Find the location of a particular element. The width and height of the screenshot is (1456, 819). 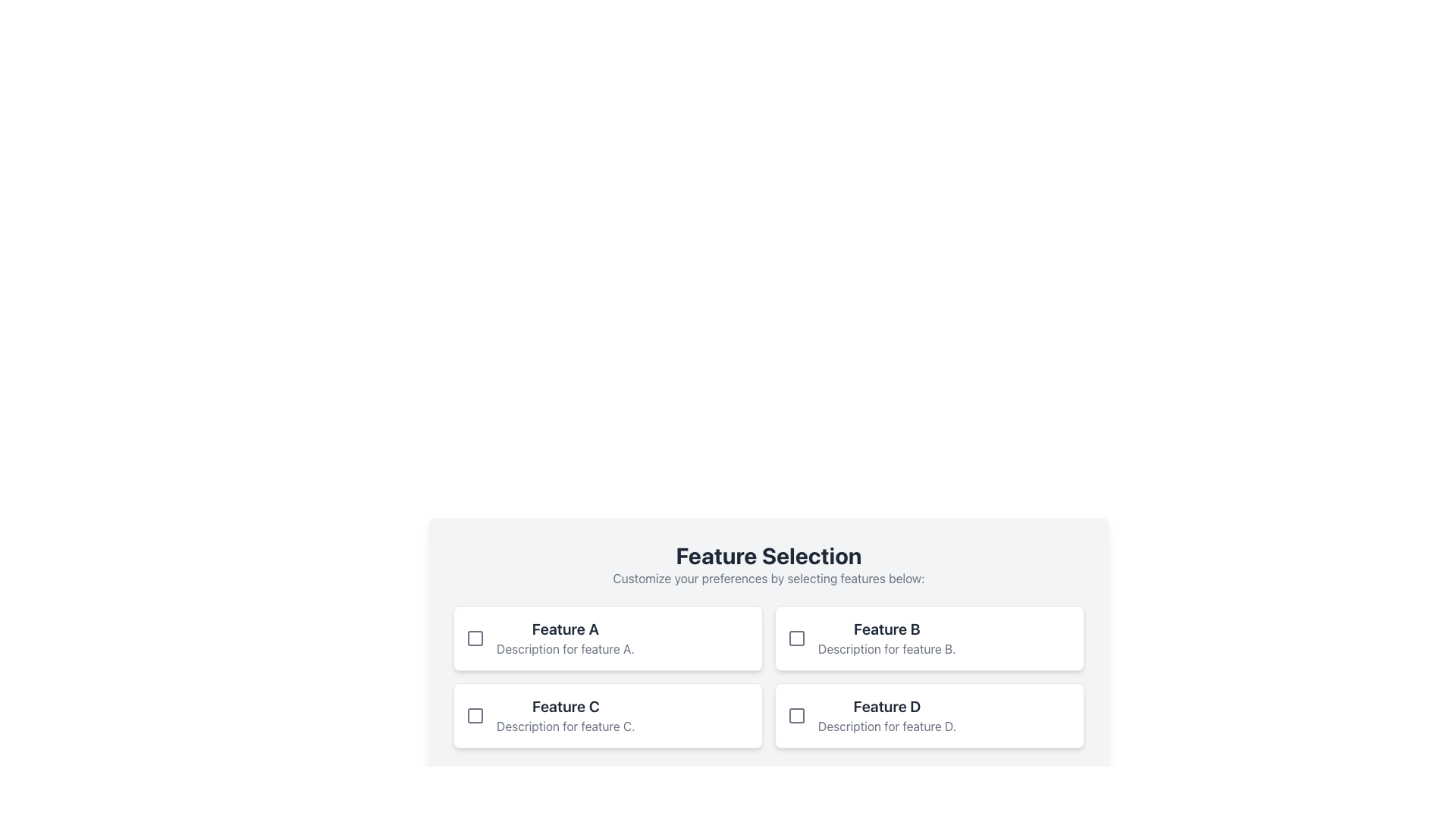

the 'Feature D' Text Label located in the lower-right side of the 'Feature Selection' grid, which provides information about this specific feature is located at coordinates (887, 716).